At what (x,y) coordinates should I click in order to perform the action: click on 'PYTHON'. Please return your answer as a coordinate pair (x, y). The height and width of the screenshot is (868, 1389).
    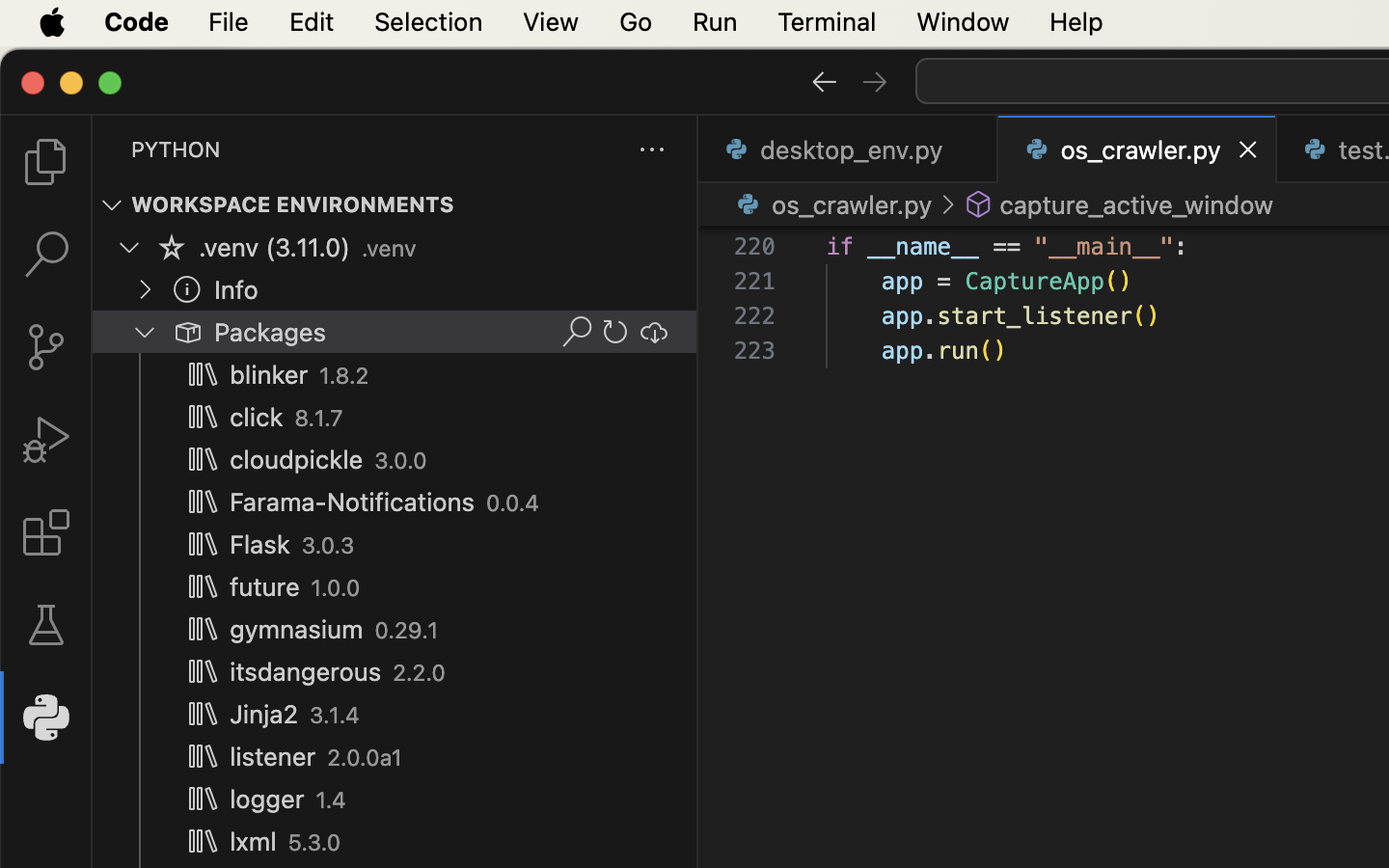
    Looking at the image, I should click on (177, 149).